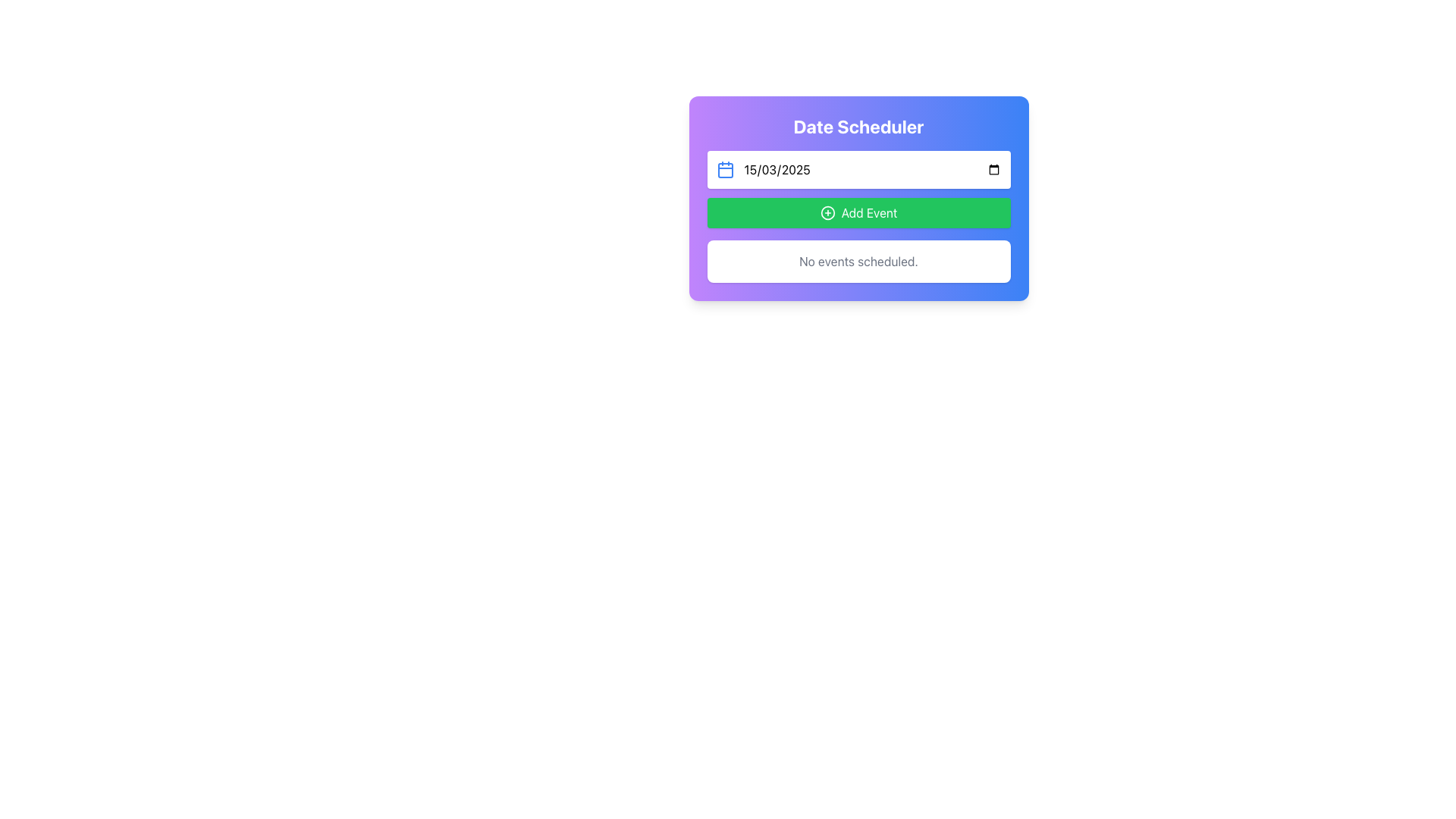  I want to click on the green button labeled 'Add Event', so click(858, 189).